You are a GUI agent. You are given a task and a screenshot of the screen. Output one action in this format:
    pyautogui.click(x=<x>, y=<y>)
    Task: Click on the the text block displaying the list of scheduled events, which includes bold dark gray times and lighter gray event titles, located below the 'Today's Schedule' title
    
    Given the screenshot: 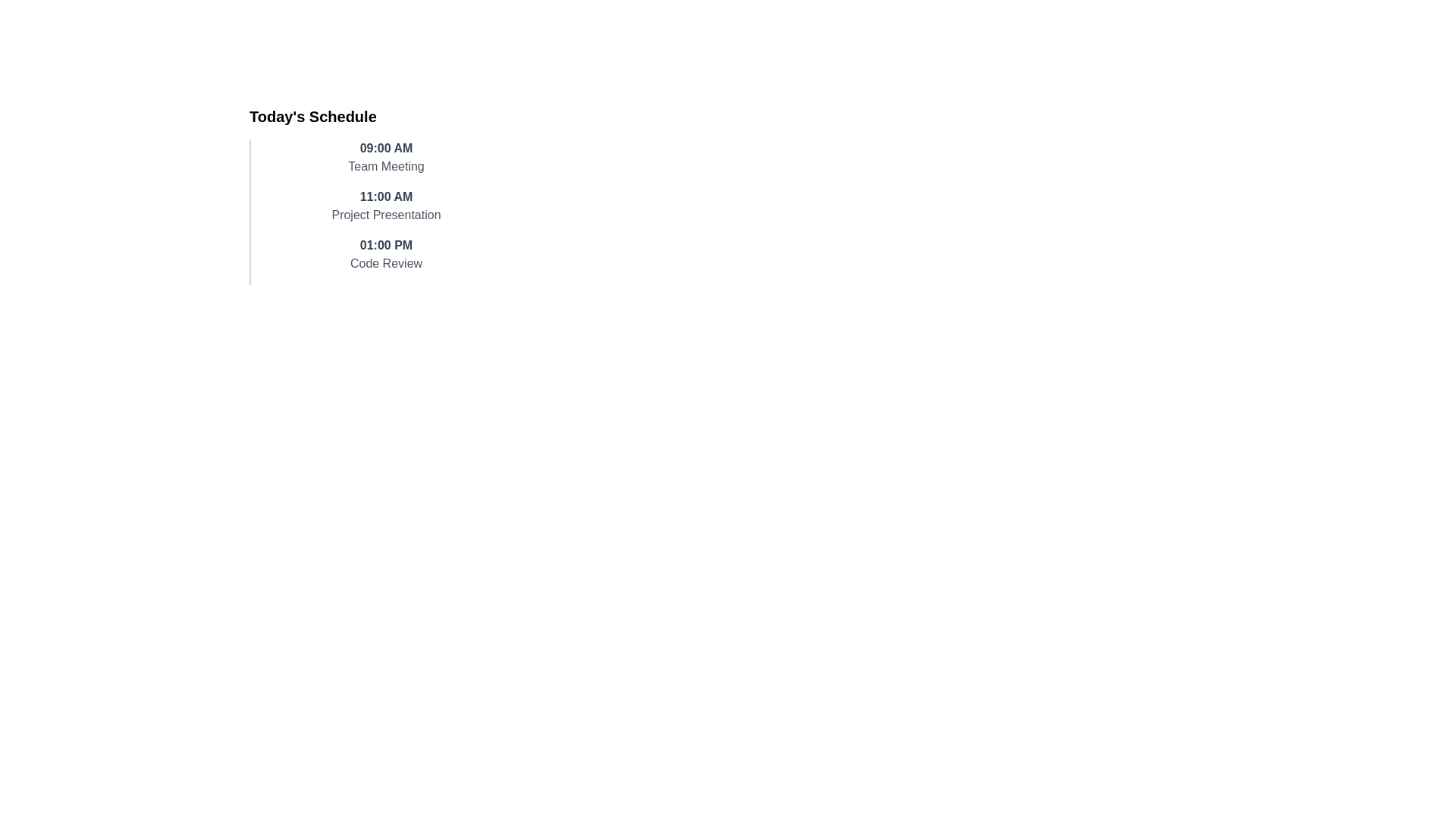 What is the action you would take?
    pyautogui.click(x=379, y=212)
    